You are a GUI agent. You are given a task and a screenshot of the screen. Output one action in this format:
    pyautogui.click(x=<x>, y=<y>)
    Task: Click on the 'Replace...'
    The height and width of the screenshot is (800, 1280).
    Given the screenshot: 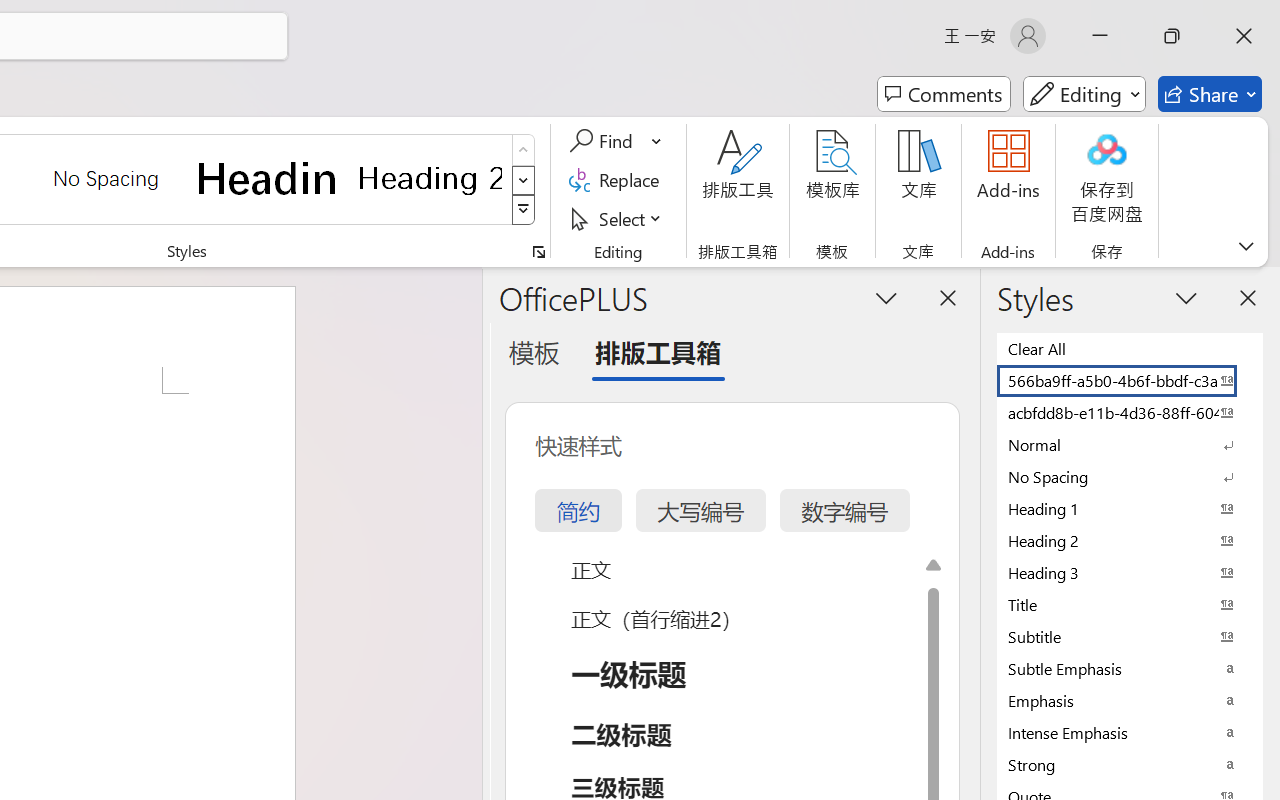 What is the action you would take?
    pyautogui.click(x=616, y=179)
    